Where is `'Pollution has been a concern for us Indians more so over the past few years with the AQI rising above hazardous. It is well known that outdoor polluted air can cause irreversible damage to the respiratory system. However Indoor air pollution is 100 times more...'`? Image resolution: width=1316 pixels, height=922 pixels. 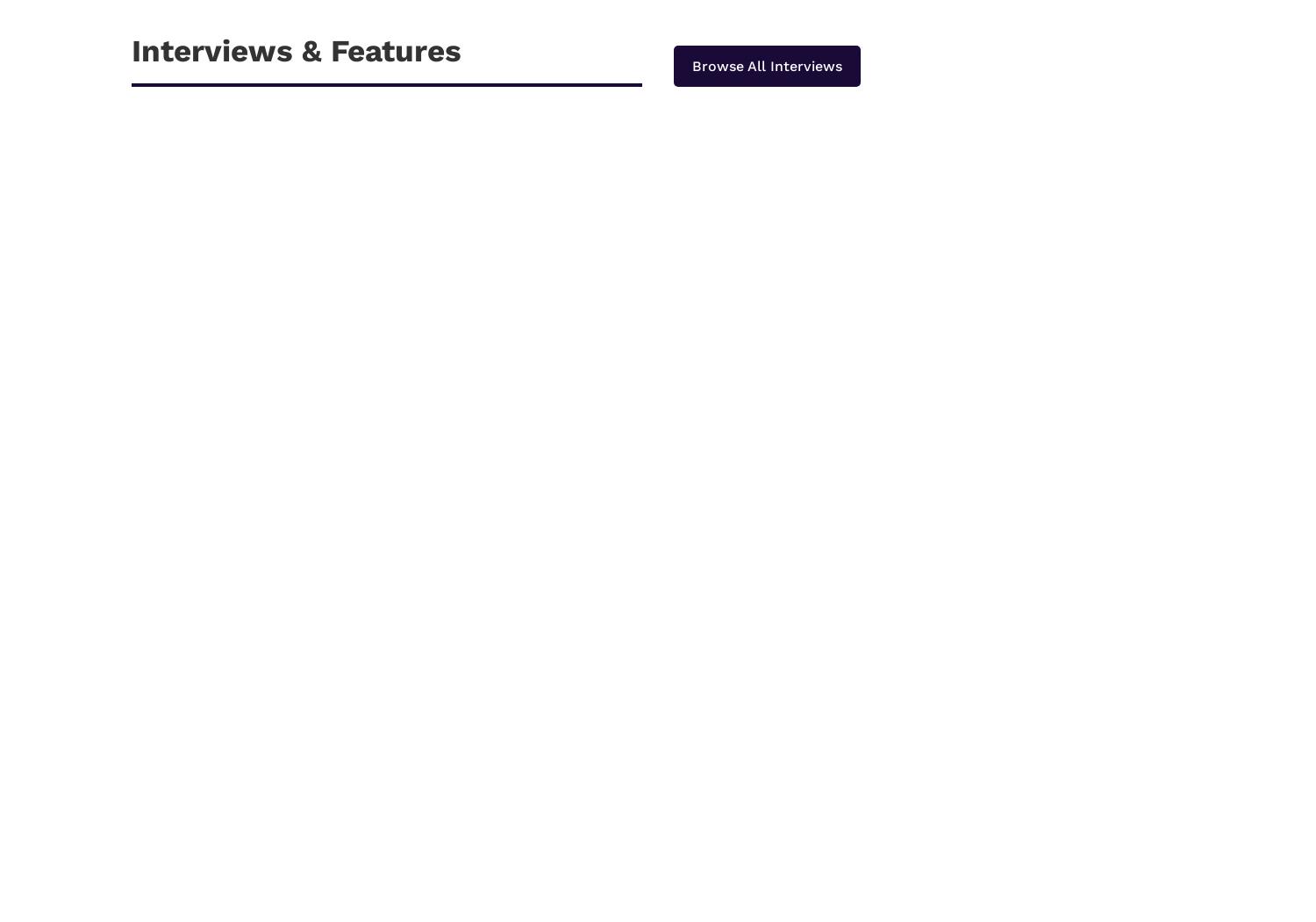
'Pollution has been a concern for us Indians more so over the past few years with the AQI rising above hazardous. It is well known that outdoor polluted air can cause irreversible damage to the respiratory system. However Indoor air pollution is 100 times more...' is located at coordinates (517, 841).